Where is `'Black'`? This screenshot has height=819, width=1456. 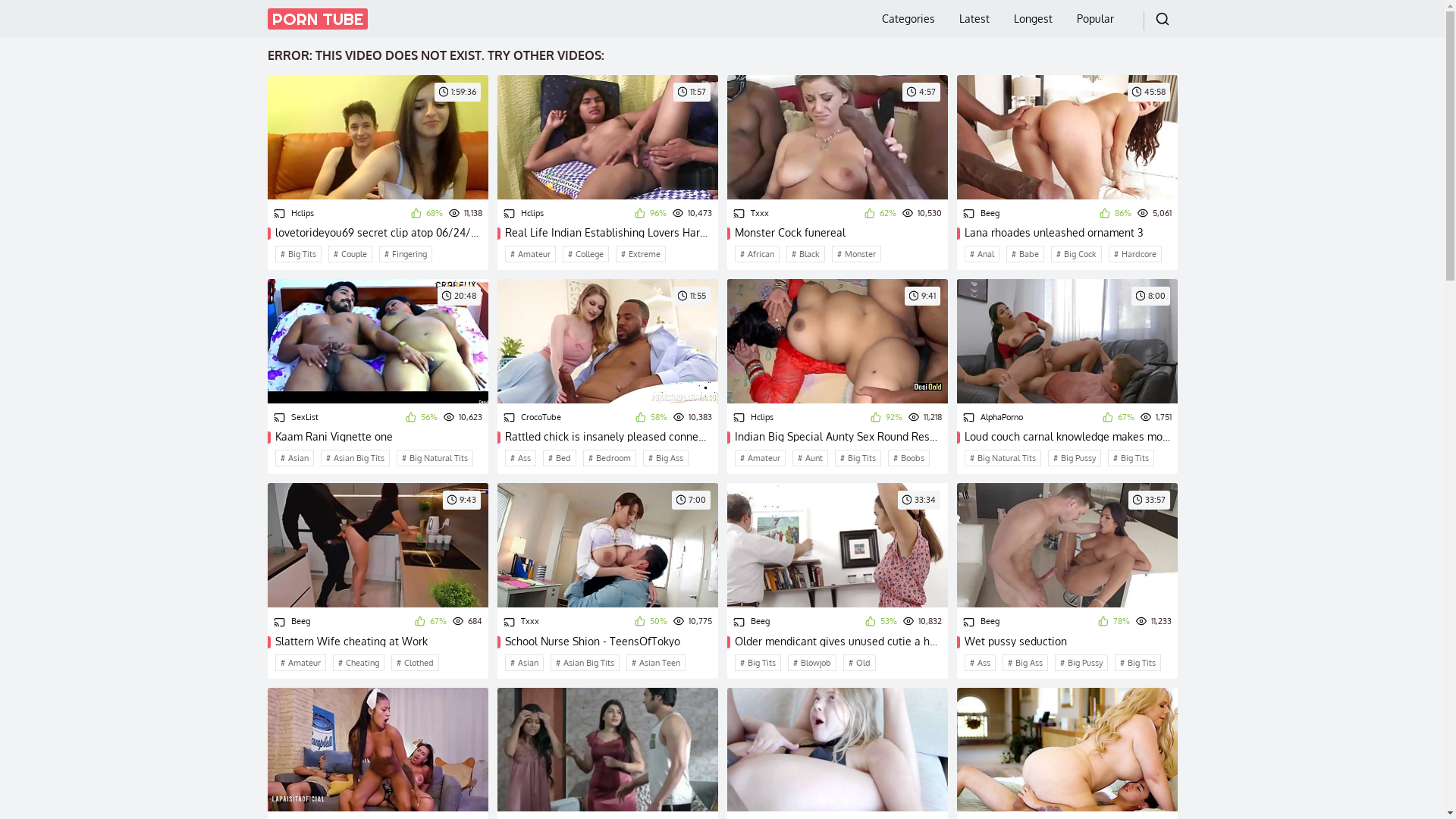
'Black' is located at coordinates (804, 253).